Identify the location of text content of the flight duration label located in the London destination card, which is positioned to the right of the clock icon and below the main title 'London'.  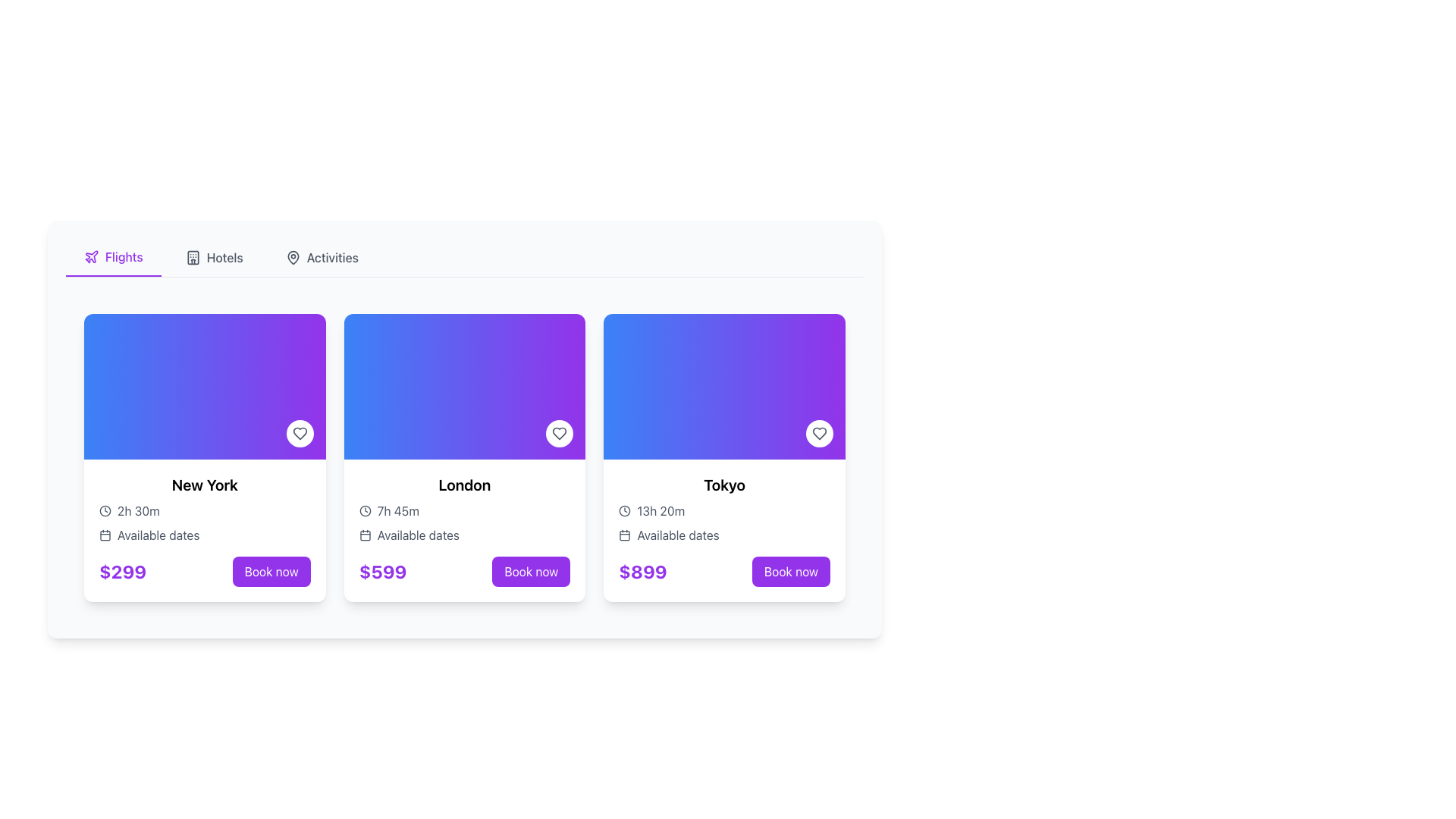
(398, 511).